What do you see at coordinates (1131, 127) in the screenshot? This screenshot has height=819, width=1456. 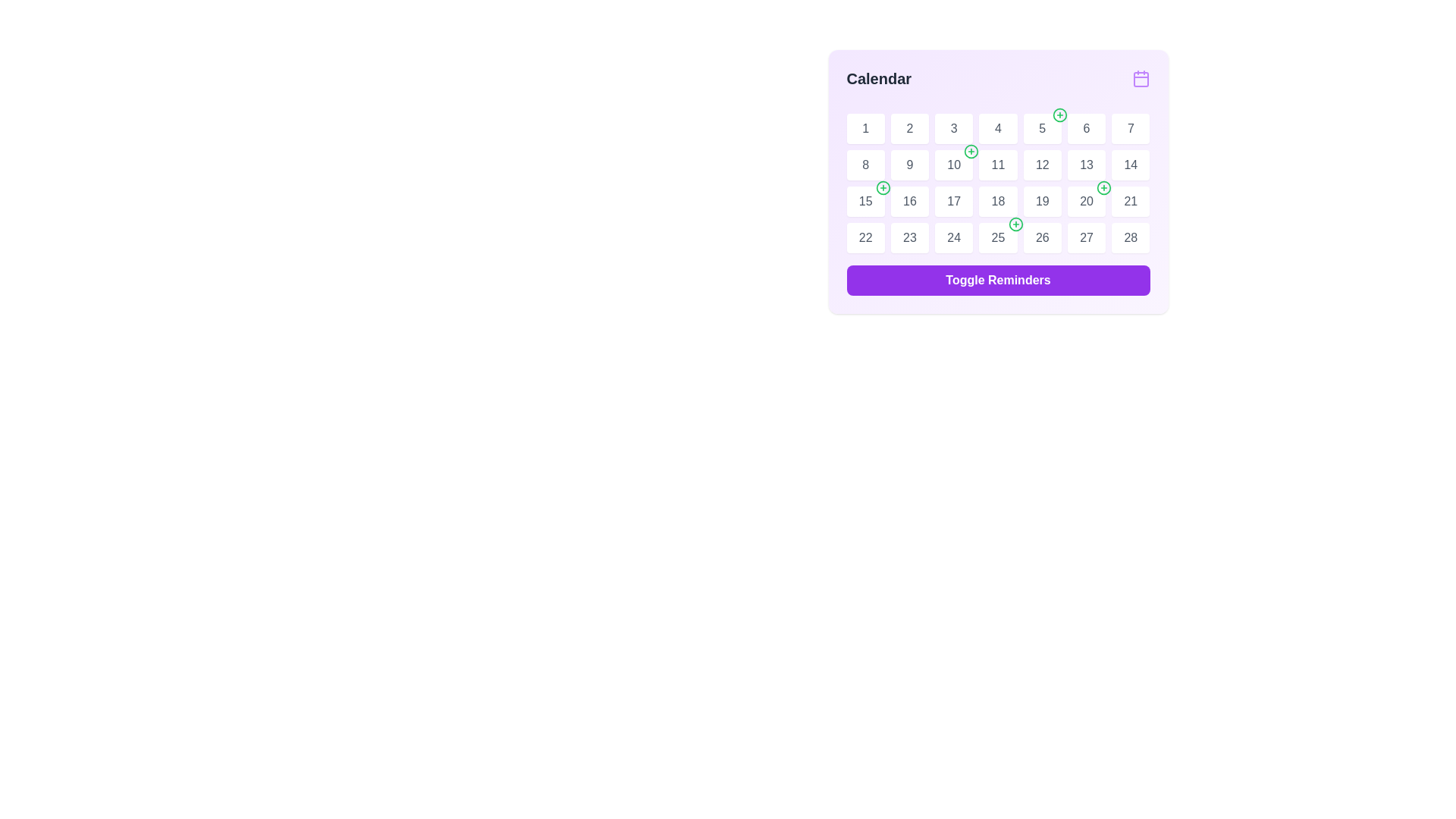 I see `the text box displaying the number '7' in the first row of the grid layout, which is the seventh cell from the left within a calendar interface` at bounding box center [1131, 127].